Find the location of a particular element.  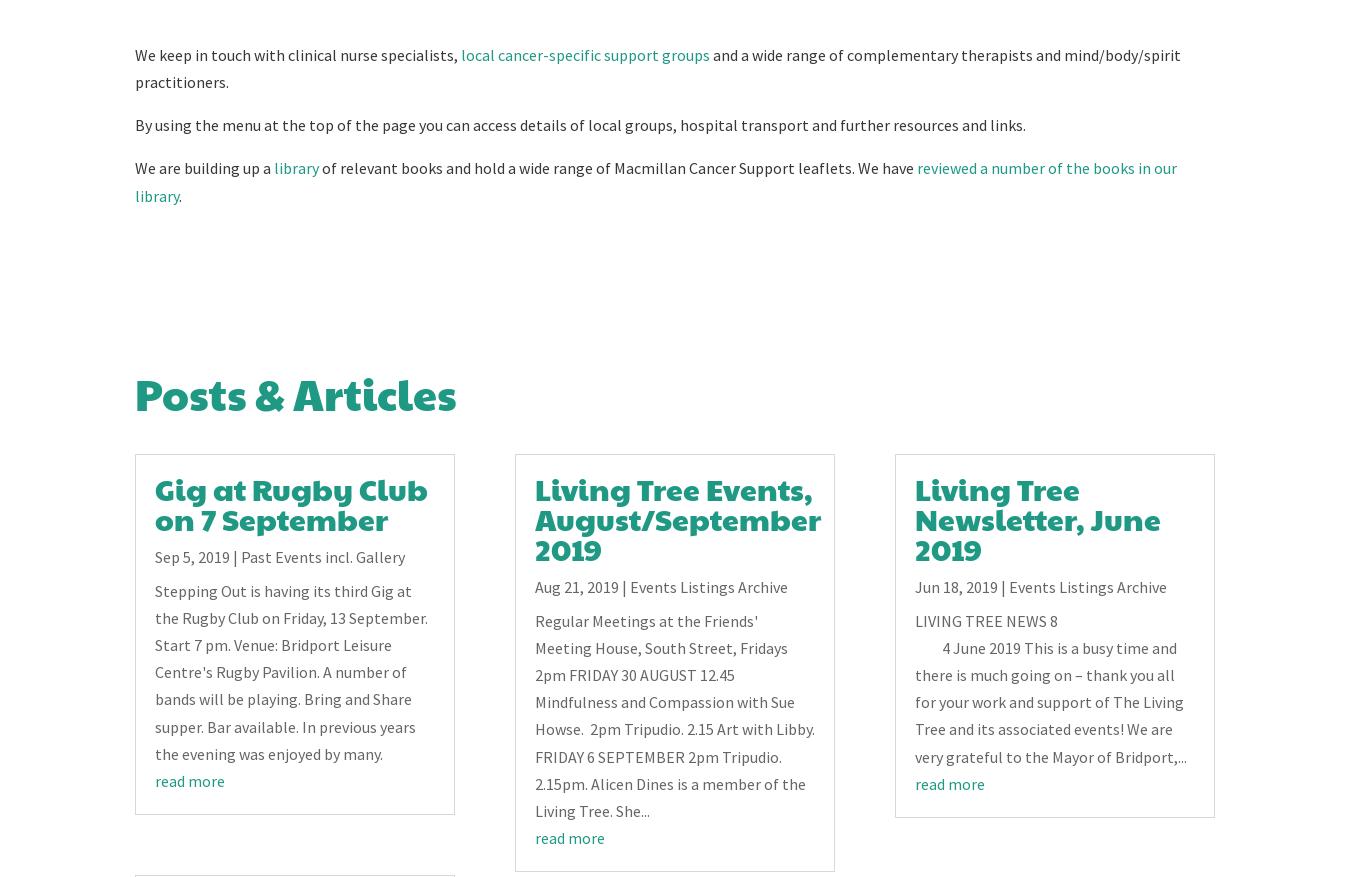

'We keep in touch with clinical nurse specialists,' is located at coordinates (296, 54).